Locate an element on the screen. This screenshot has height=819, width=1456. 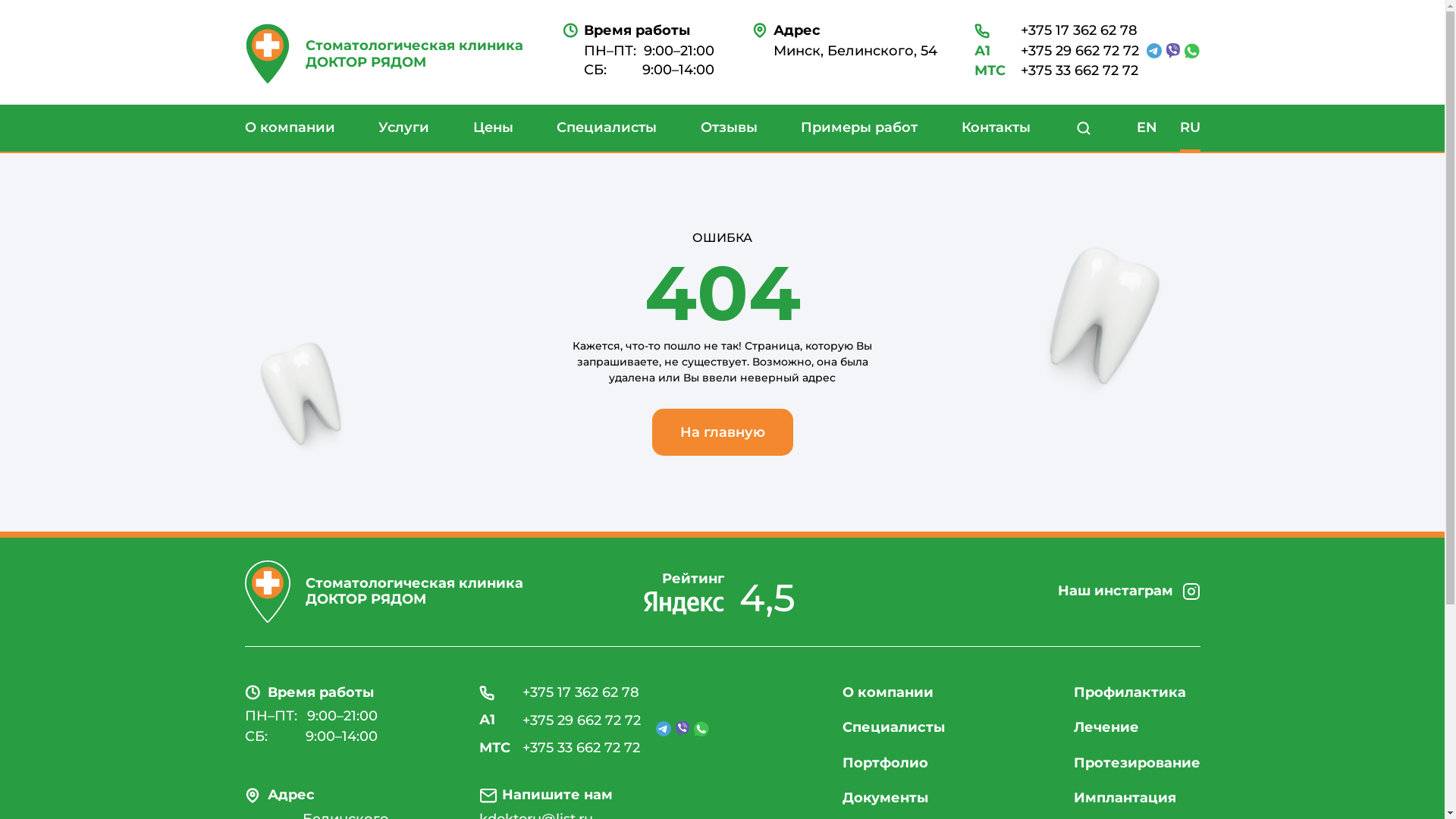
'EN' is located at coordinates (1146, 127).